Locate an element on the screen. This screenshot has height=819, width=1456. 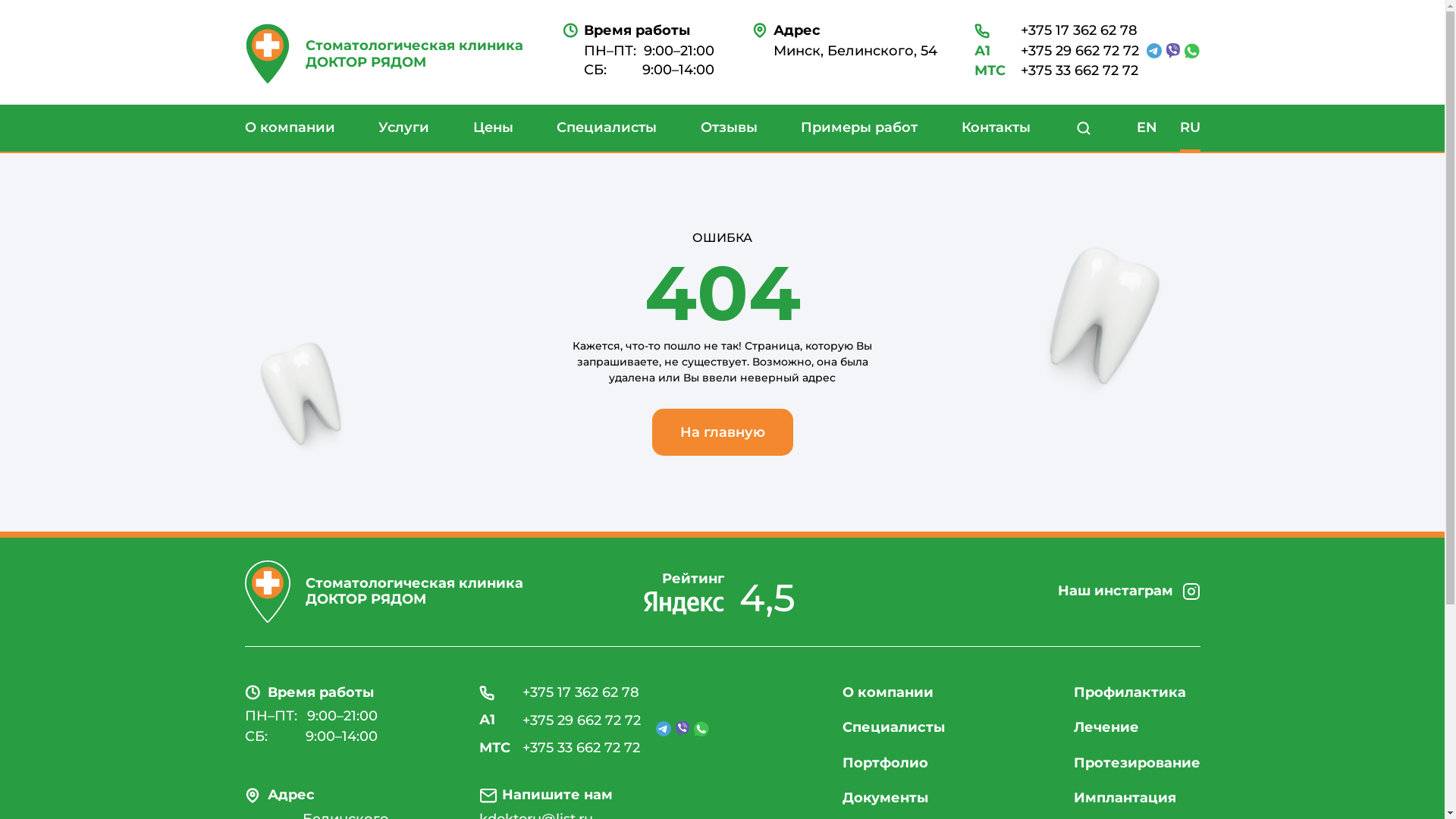
'EN' is located at coordinates (1146, 127).